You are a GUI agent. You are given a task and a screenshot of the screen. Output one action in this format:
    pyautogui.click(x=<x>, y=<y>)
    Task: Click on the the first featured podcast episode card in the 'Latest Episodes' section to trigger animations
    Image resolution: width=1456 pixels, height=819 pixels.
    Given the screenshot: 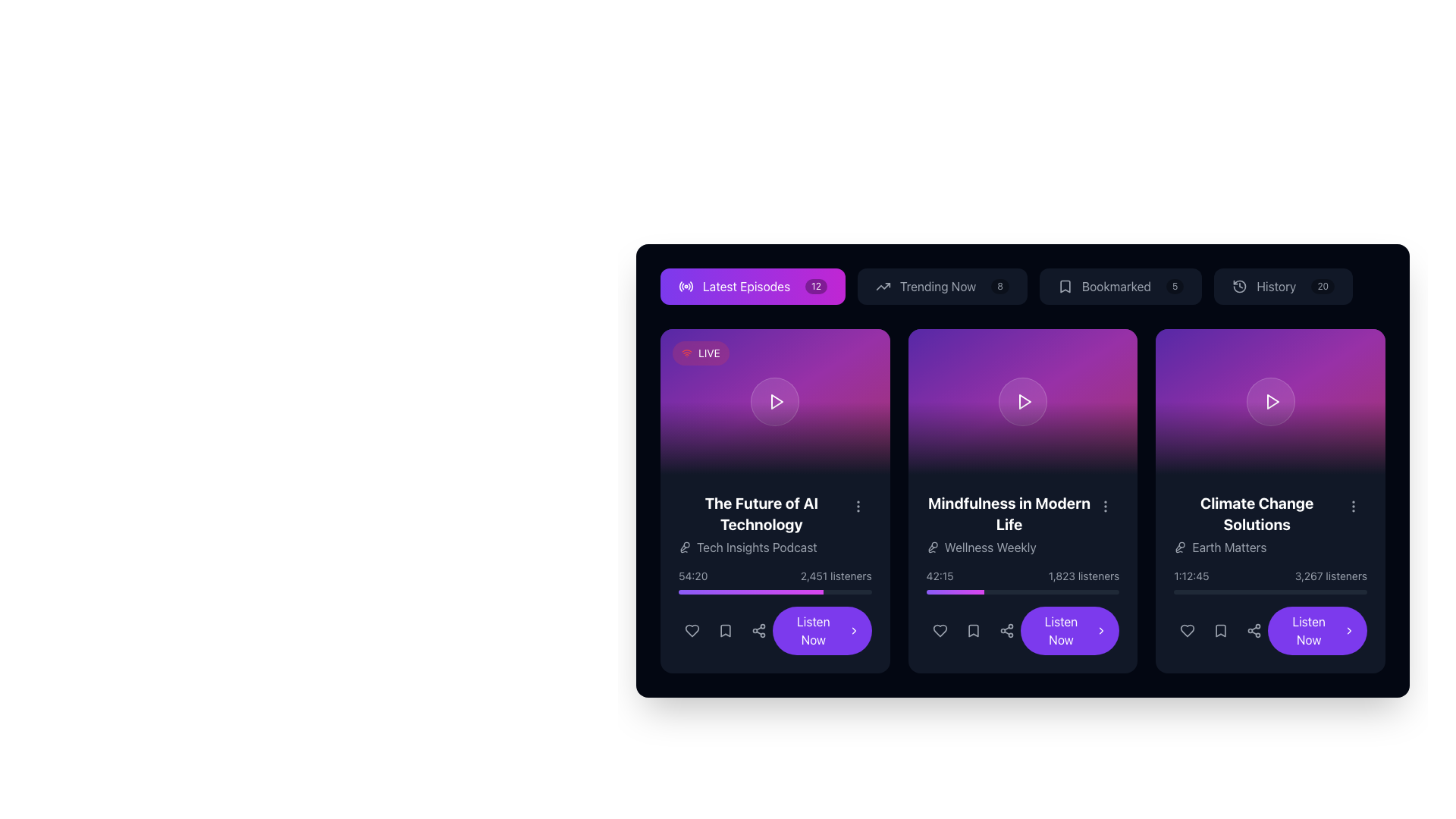 What is the action you would take?
    pyautogui.click(x=775, y=500)
    